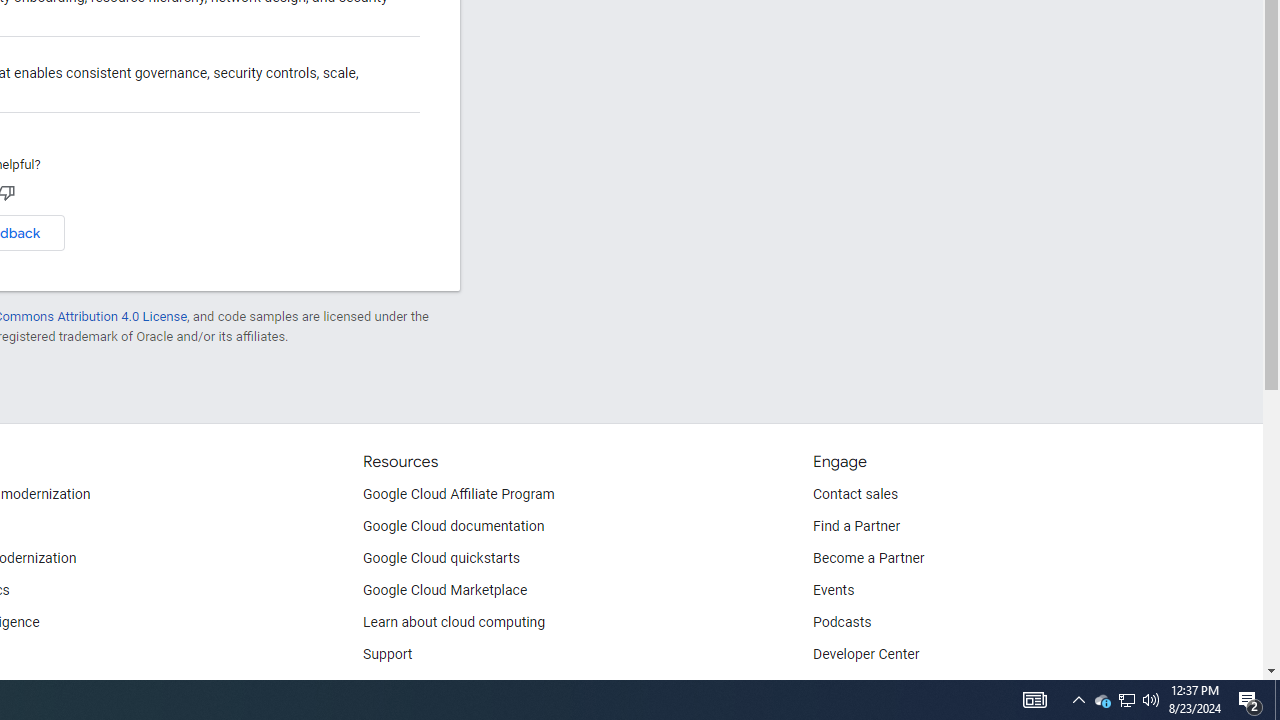 This screenshot has width=1280, height=720. I want to click on 'Google Cloud documentation', so click(453, 526).